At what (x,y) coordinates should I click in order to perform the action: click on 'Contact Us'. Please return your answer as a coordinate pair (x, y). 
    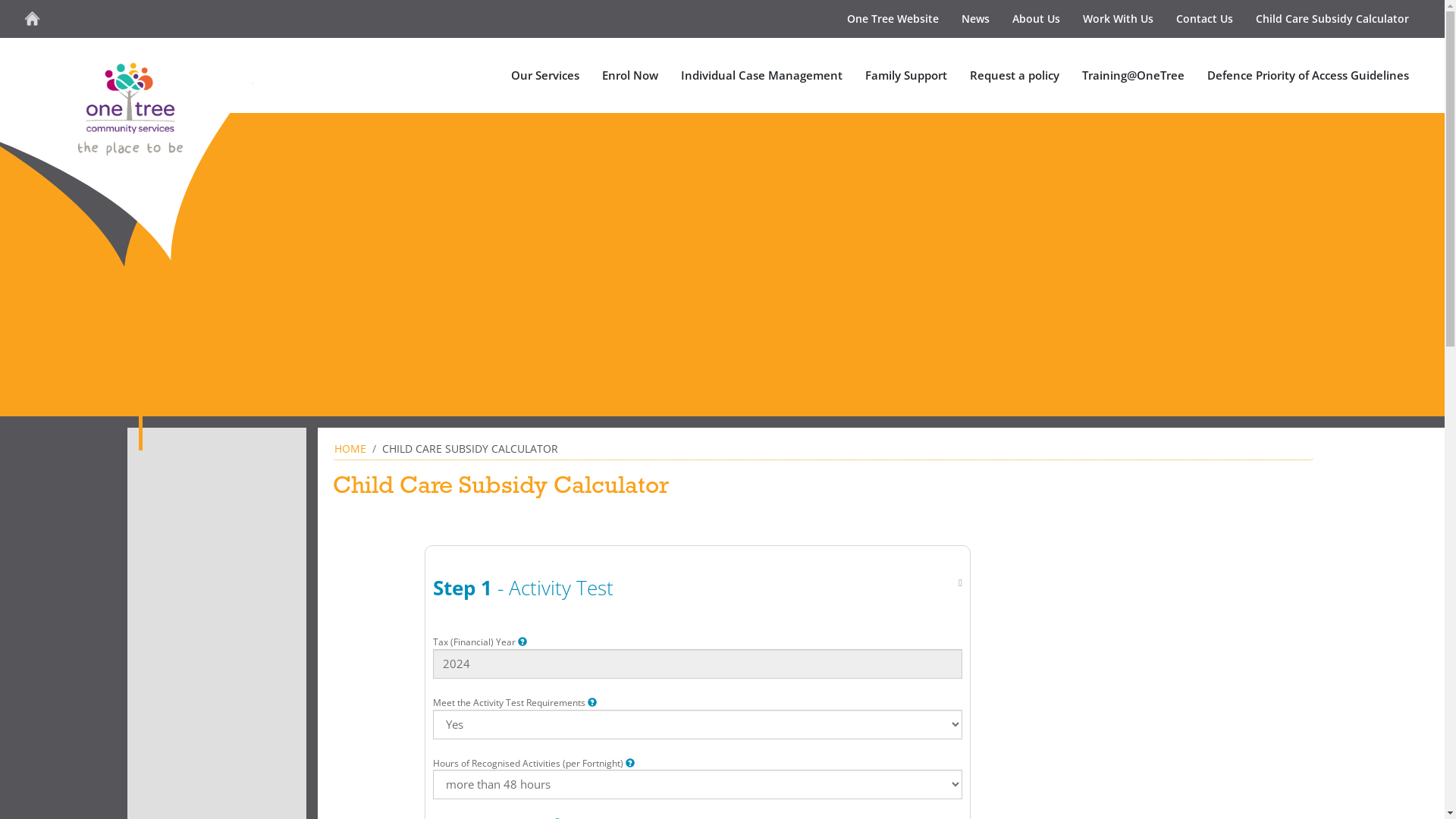
    Looking at the image, I should click on (1203, 18).